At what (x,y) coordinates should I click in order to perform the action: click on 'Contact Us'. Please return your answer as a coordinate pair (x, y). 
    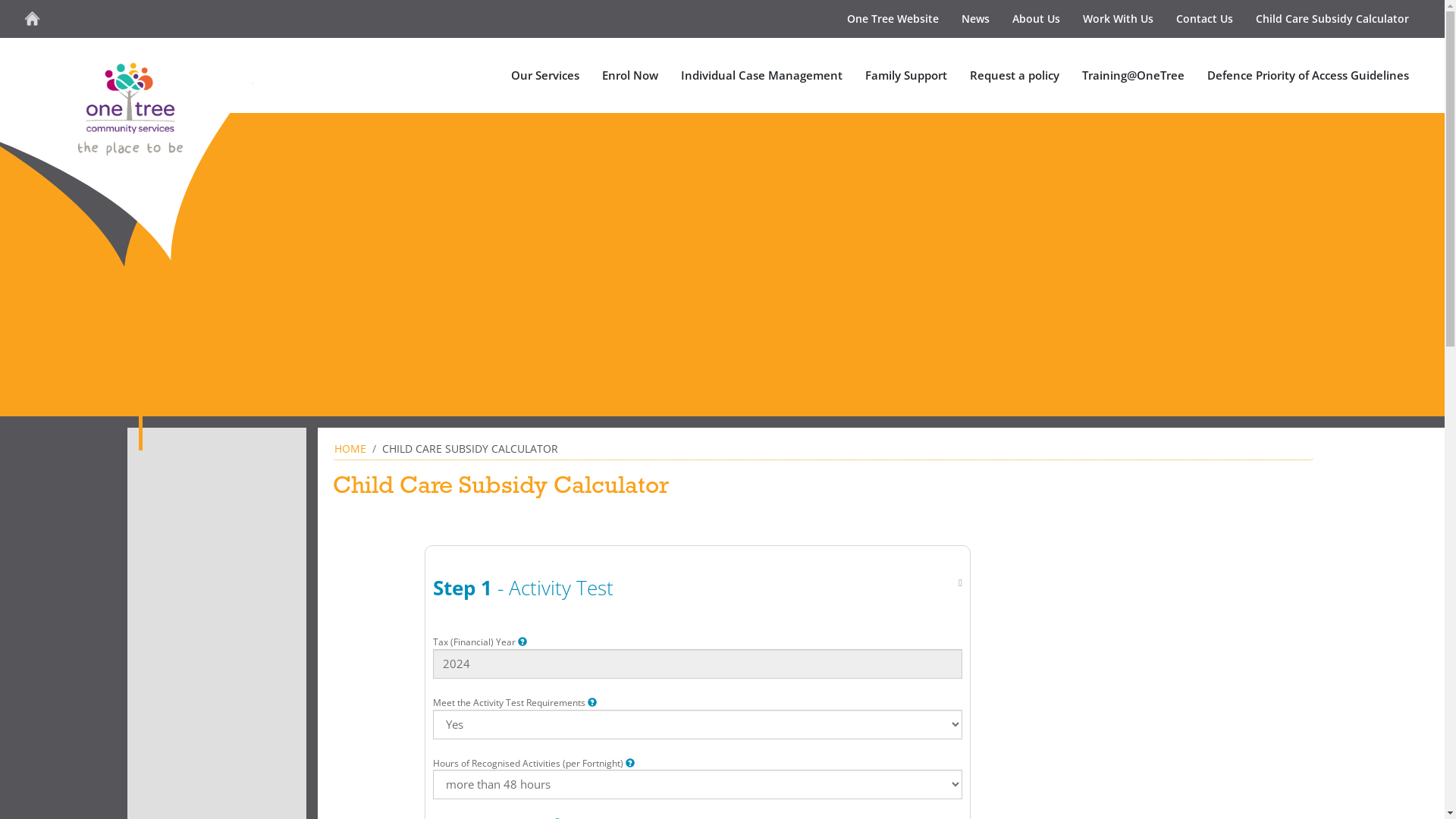
    Looking at the image, I should click on (1203, 18).